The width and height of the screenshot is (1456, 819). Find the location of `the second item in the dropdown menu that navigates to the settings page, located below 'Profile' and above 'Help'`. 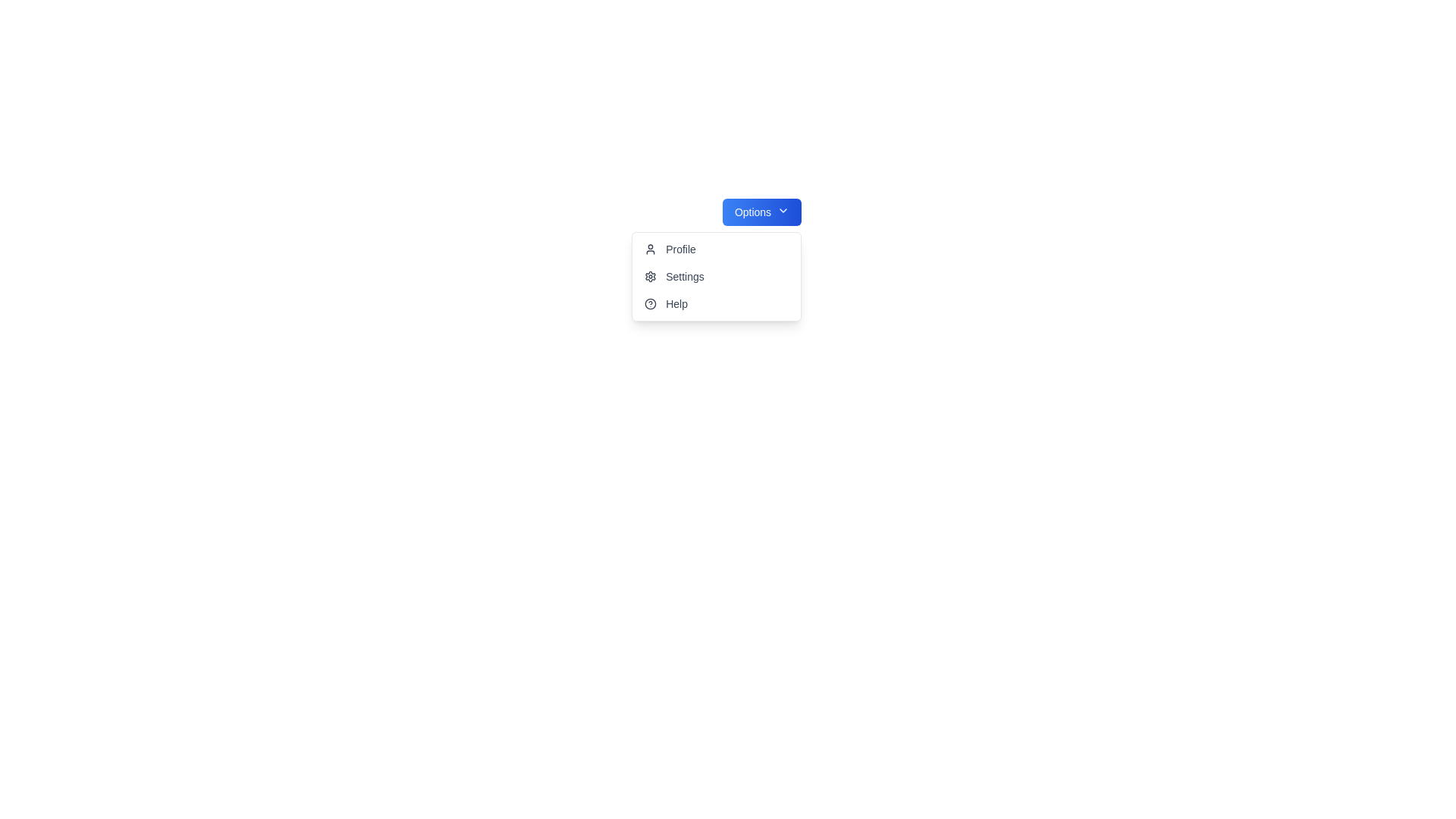

the second item in the dropdown menu that navigates to the settings page, located below 'Profile' and above 'Help' is located at coordinates (716, 277).